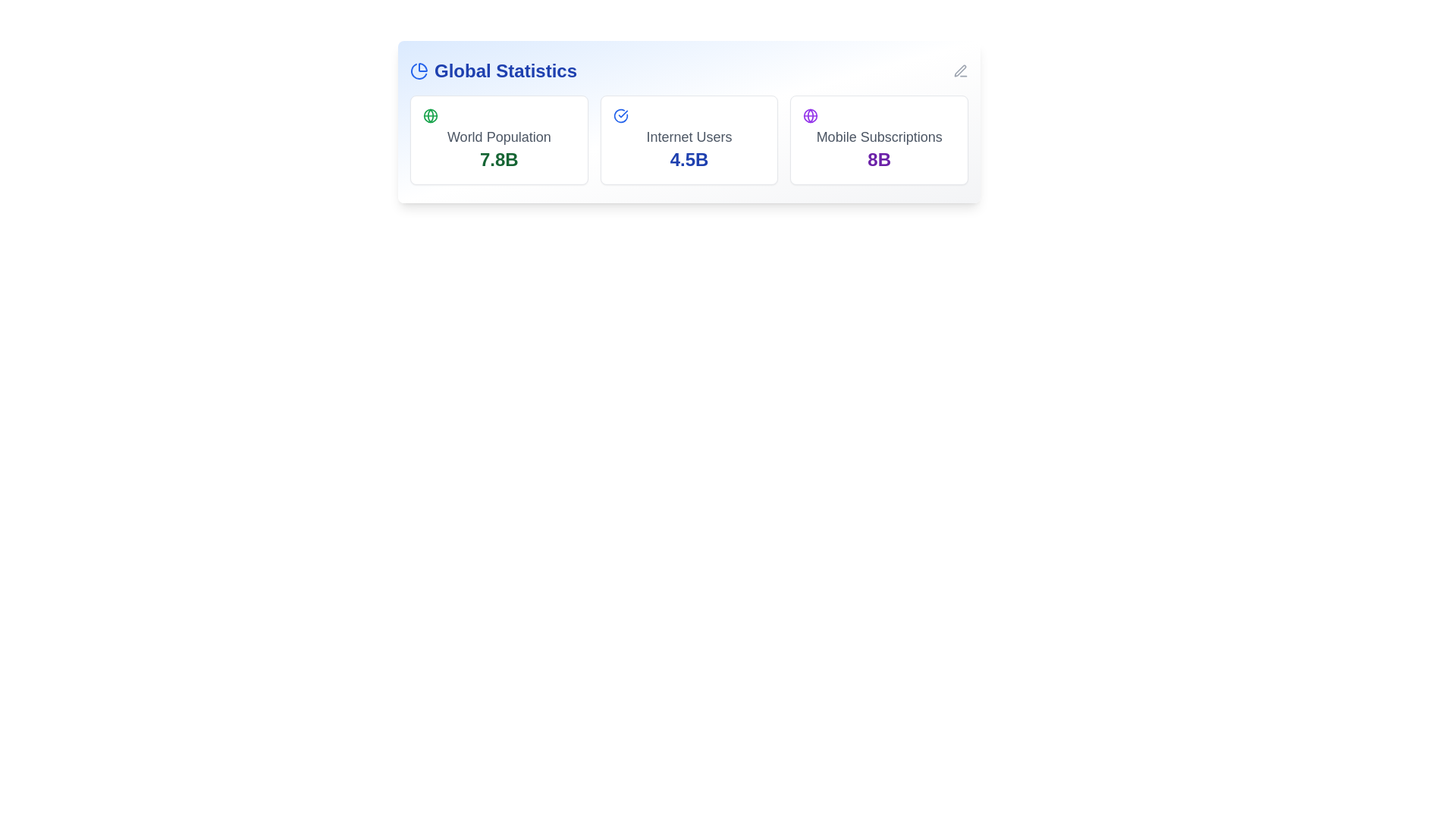 This screenshot has height=819, width=1456. Describe the element at coordinates (499, 137) in the screenshot. I see `the static text label that serves as a title for the demographic statistic in the Global Statistics dashboard, located beneath the globe icon and above the numeric count '7.8B'` at that location.